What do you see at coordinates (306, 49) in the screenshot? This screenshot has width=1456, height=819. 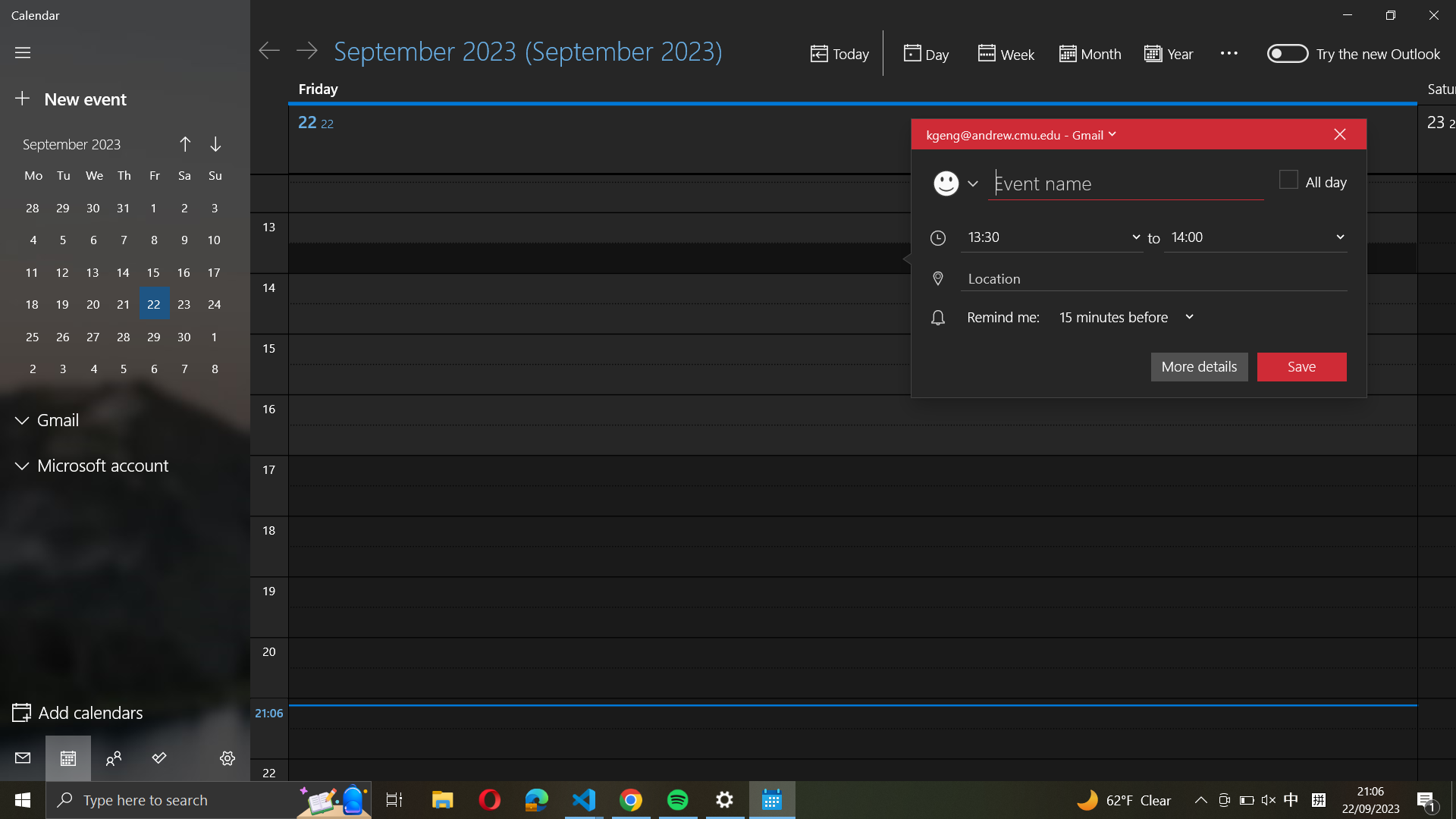 I see `Transition to the following day on the calendar` at bounding box center [306, 49].